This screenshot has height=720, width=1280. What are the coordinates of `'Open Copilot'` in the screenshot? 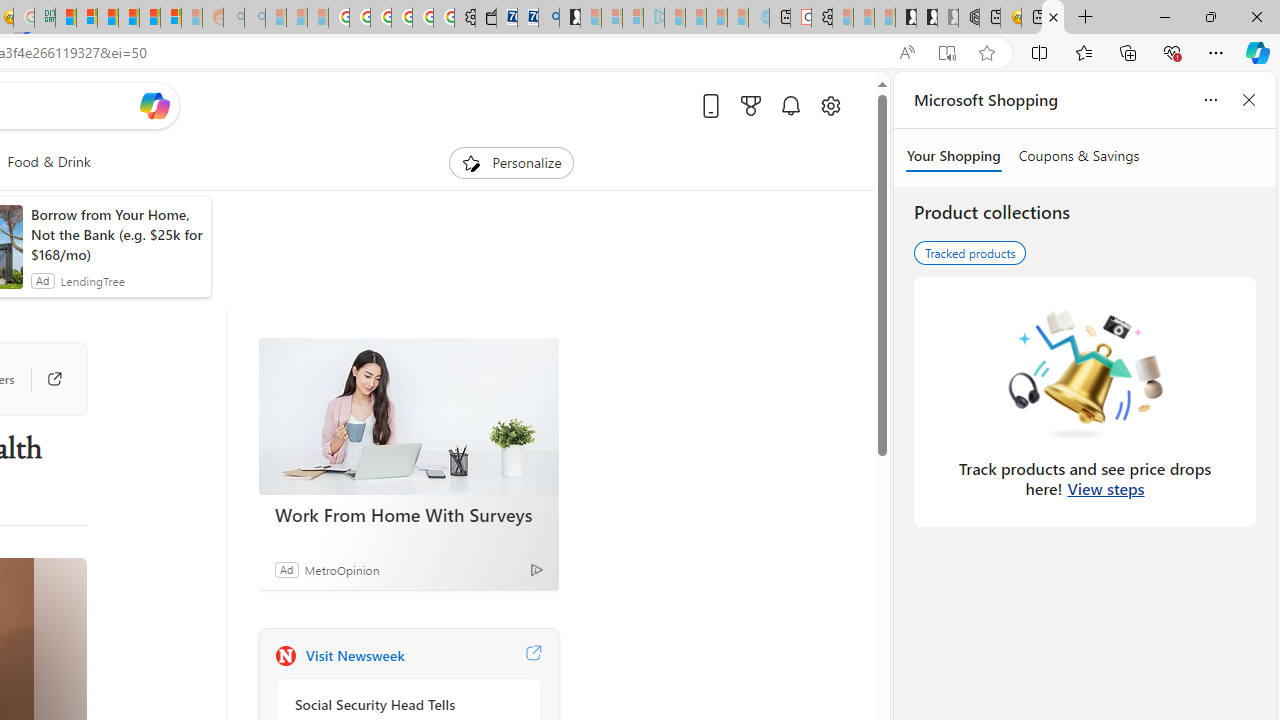 It's located at (154, 105).